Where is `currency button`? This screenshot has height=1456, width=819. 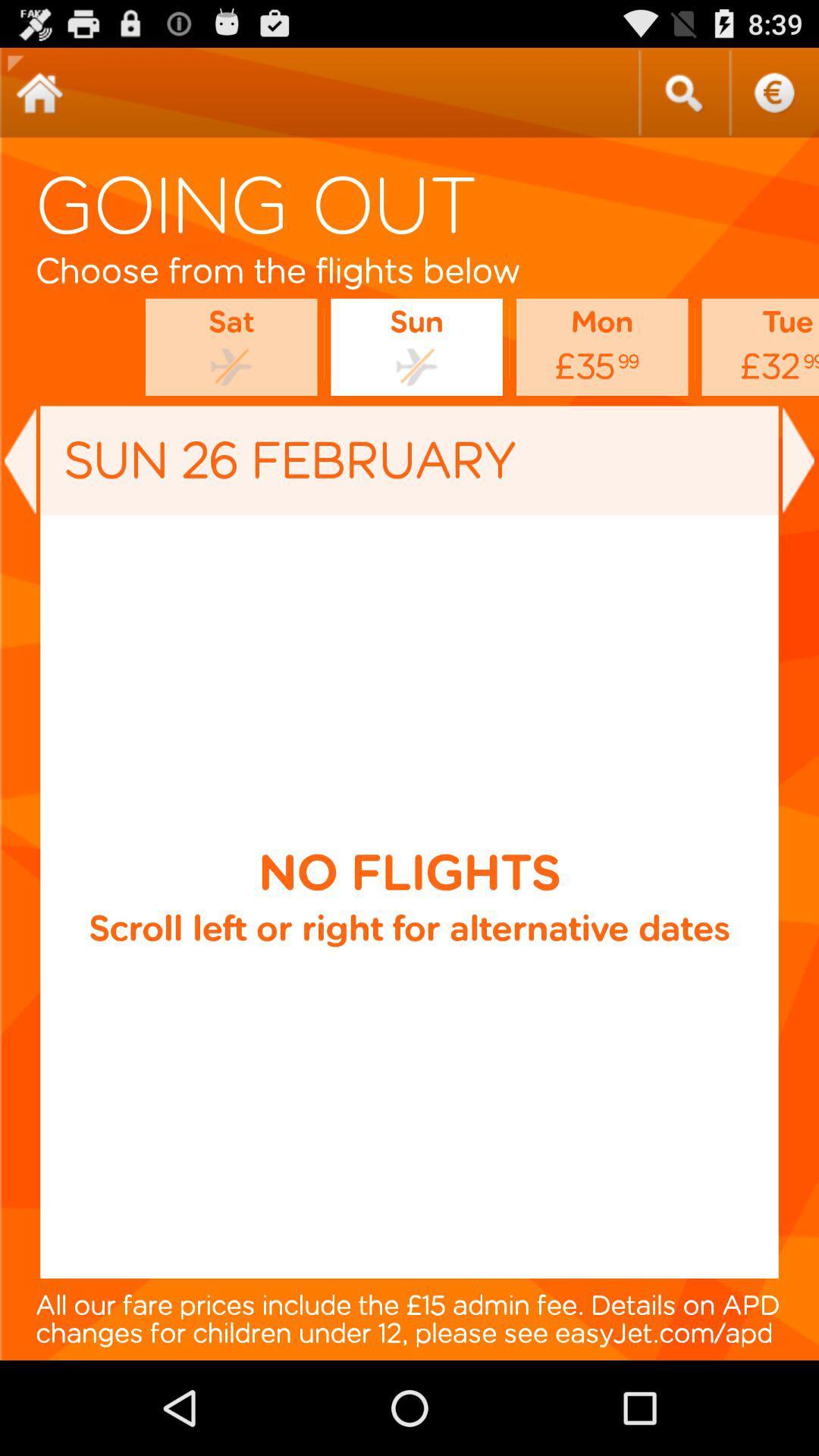 currency button is located at coordinates (773, 92).